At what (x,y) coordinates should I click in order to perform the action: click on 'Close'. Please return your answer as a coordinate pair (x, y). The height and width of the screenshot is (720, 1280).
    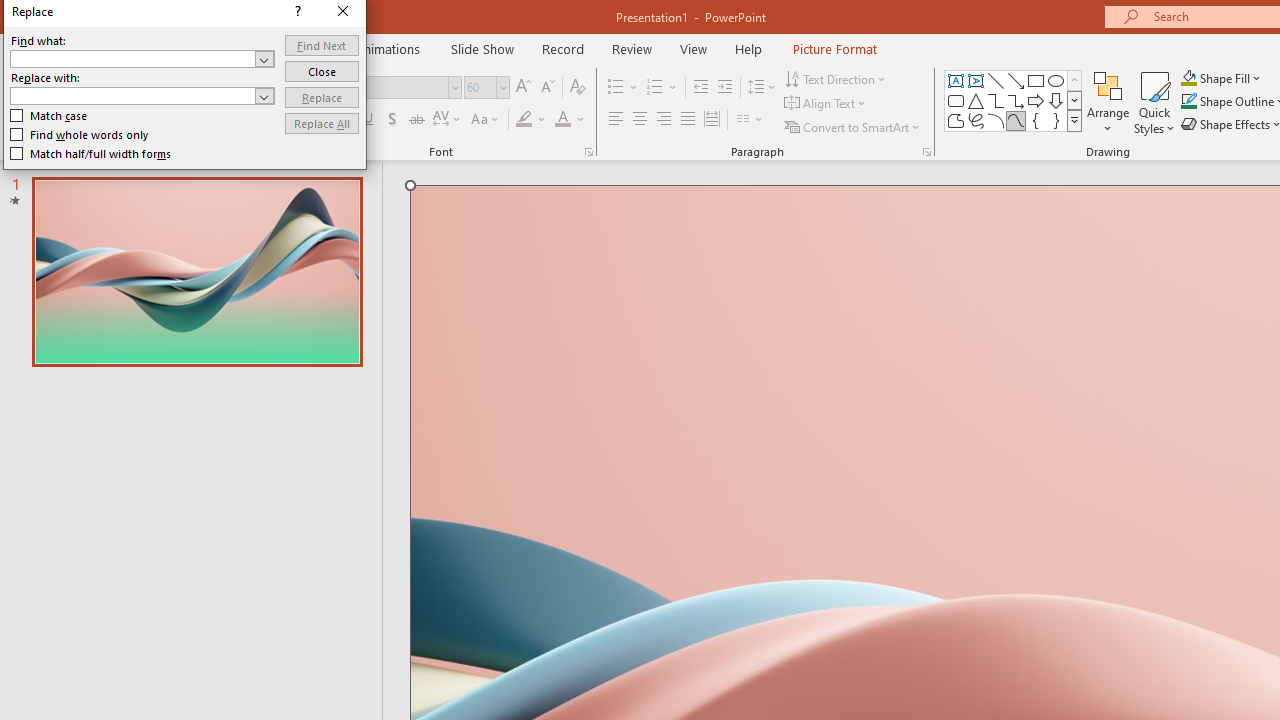
    Looking at the image, I should click on (321, 70).